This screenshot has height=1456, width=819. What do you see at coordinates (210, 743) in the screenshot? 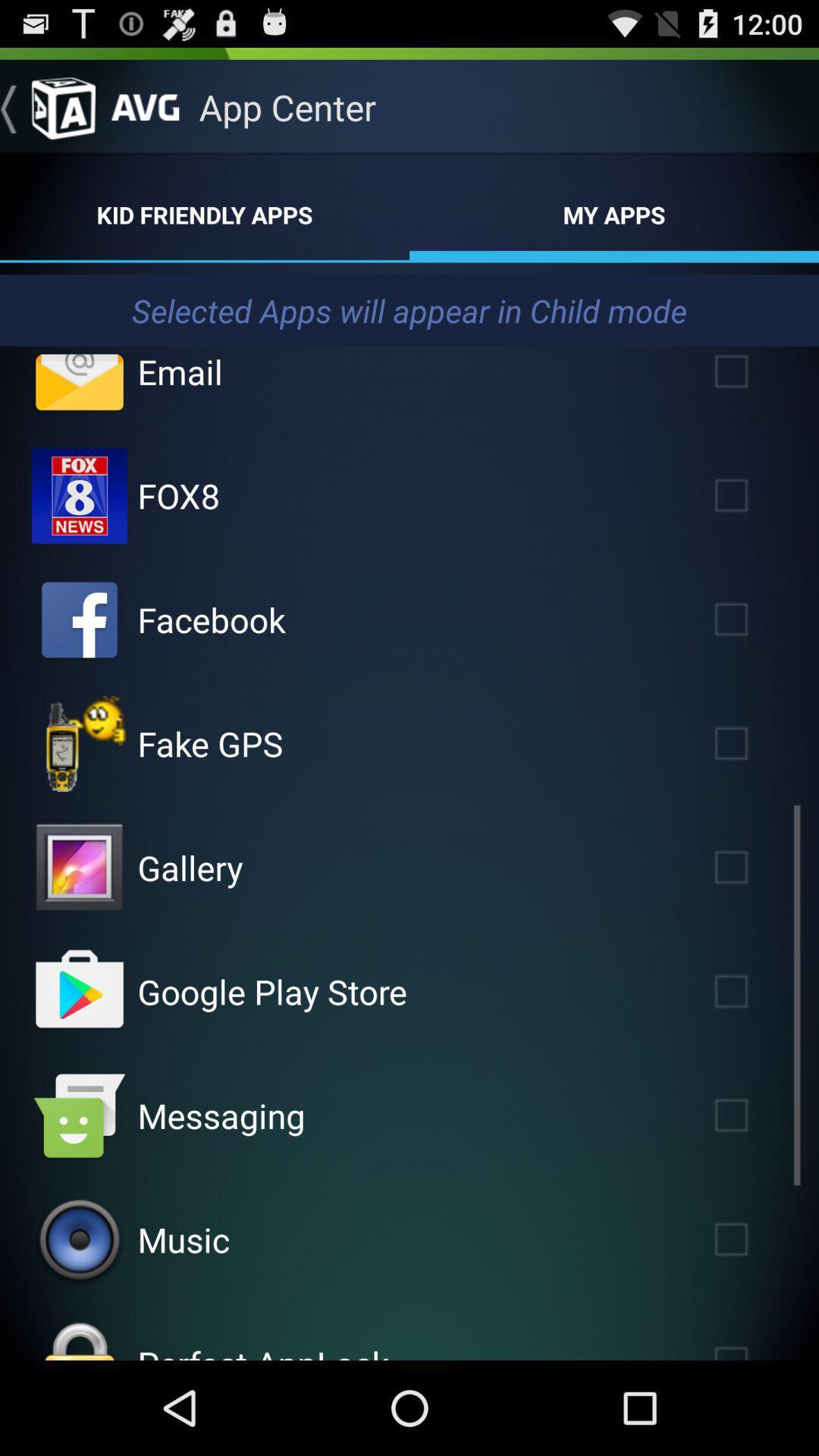
I see `icon above the gallery item` at bounding box center [210, 743].